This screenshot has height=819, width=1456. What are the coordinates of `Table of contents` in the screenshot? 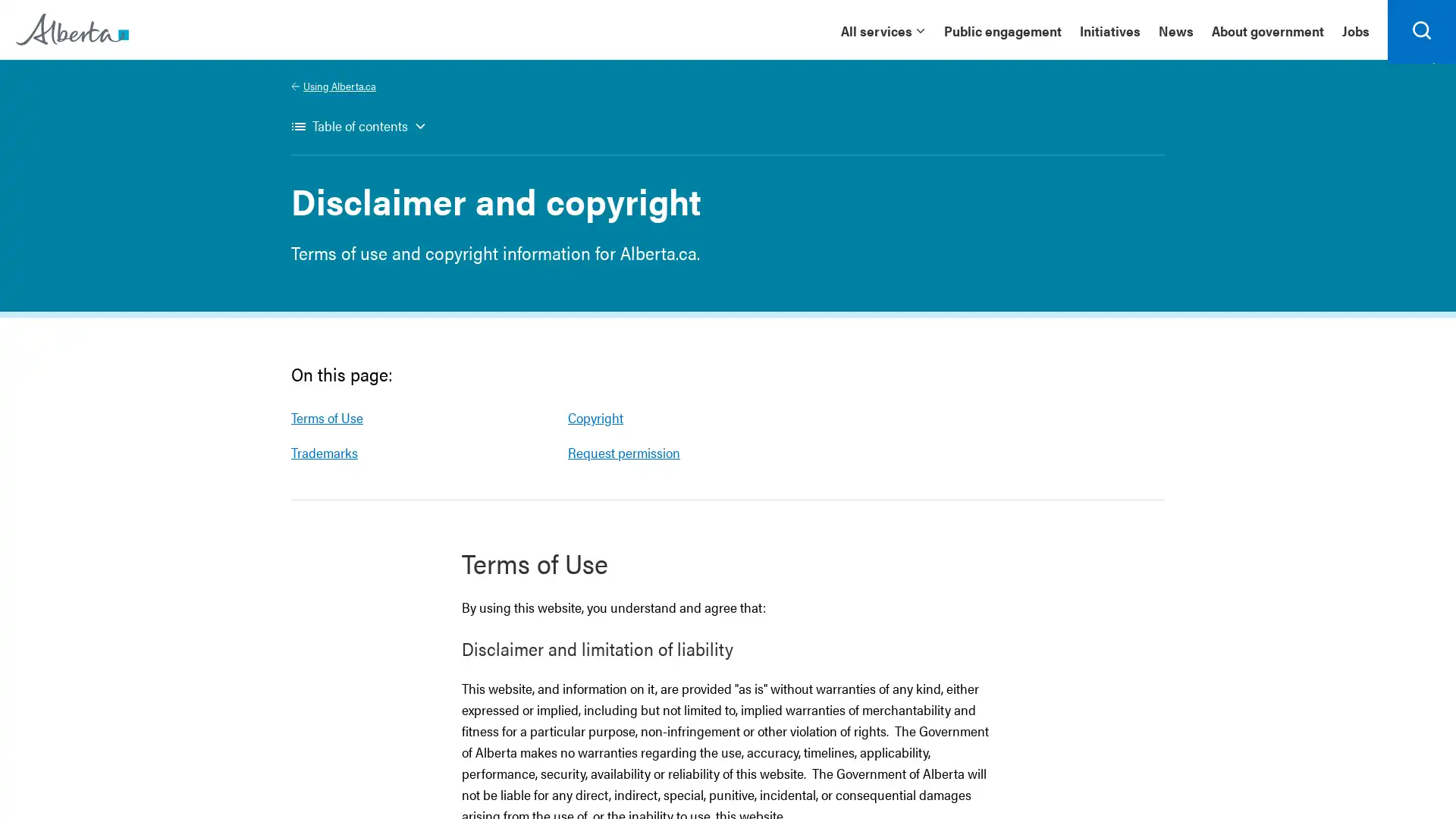 It's located at (358, 133).